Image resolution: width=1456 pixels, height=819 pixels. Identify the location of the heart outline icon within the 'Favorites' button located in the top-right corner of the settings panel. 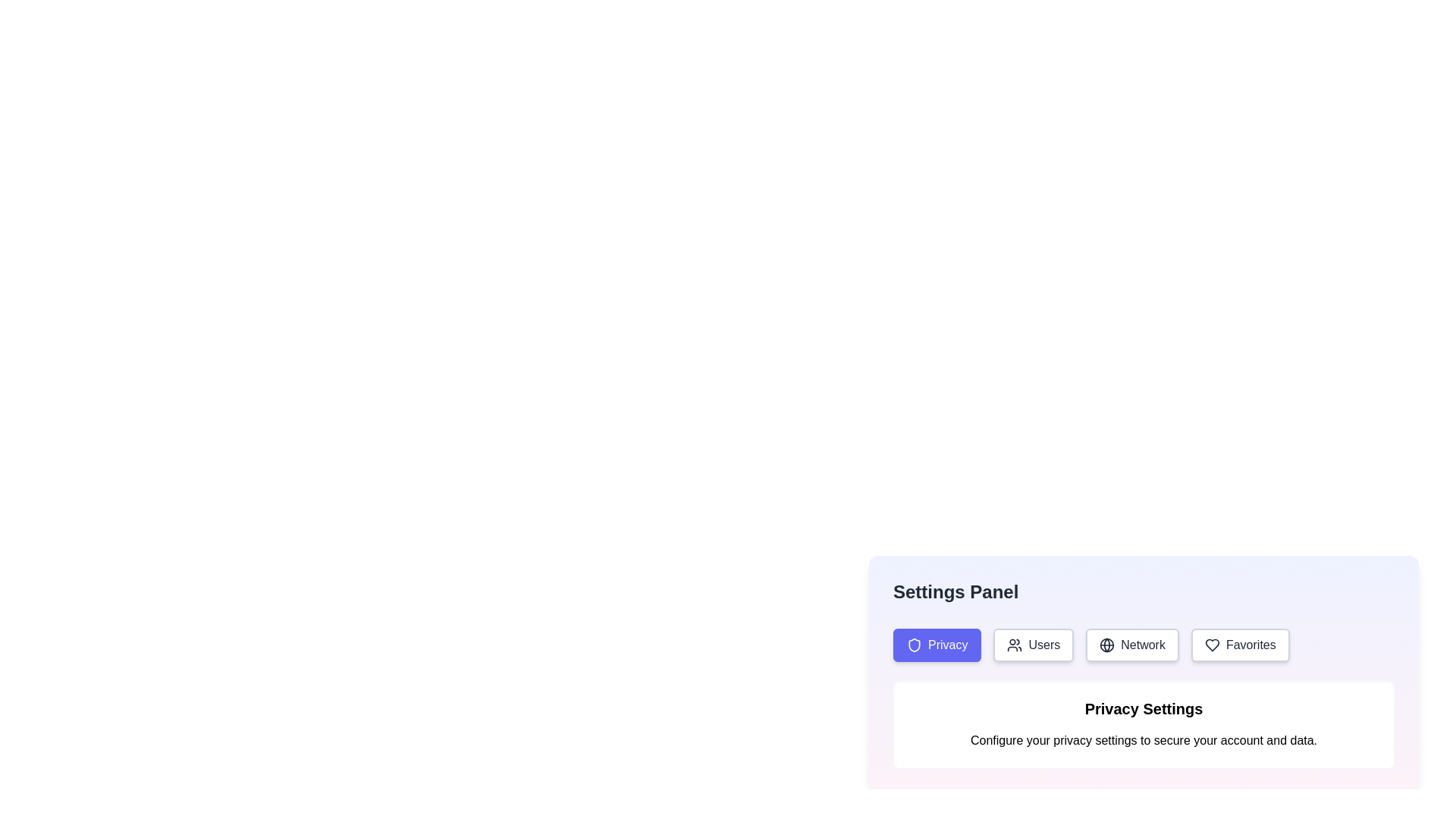
(1211, 645).